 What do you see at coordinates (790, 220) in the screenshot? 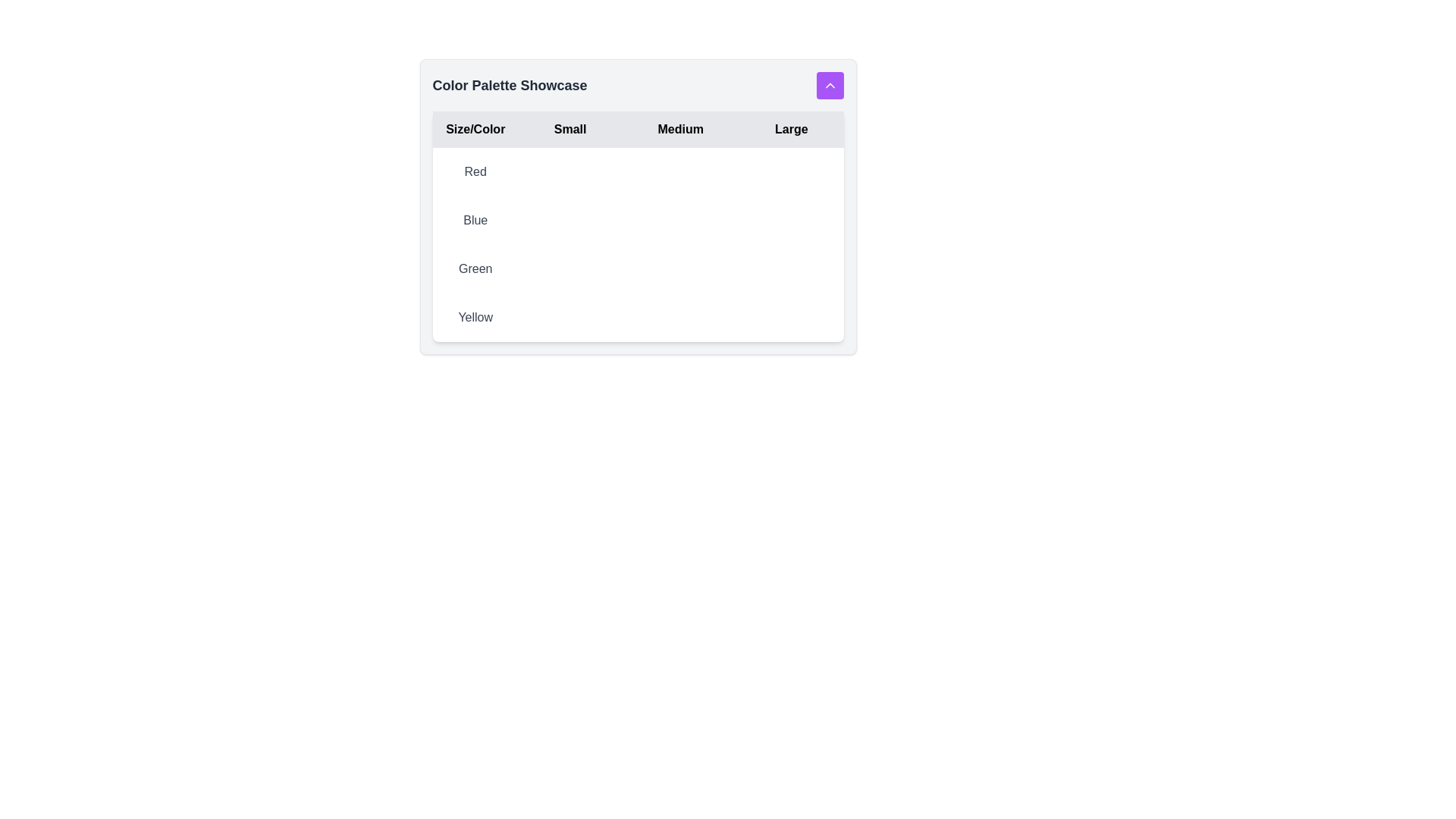
I see `the inactive 'Code Large' button located on the rightmost side of the 'Blue' row, which is the third button representing the 'Large' size category` at bounding box center [790, 220].